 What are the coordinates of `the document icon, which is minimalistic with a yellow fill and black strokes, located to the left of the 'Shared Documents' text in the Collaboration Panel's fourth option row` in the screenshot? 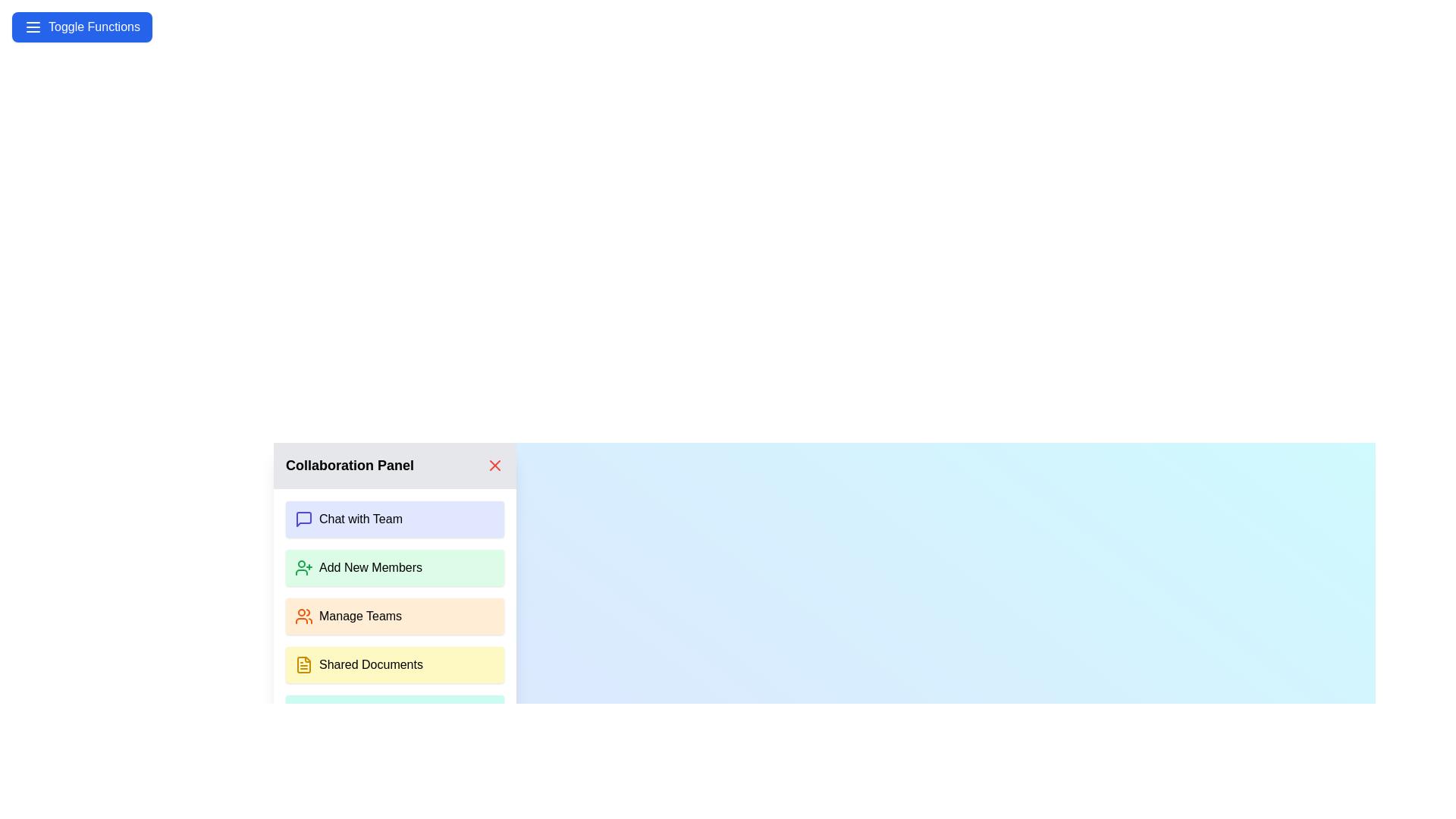 It's located at (303, 664).